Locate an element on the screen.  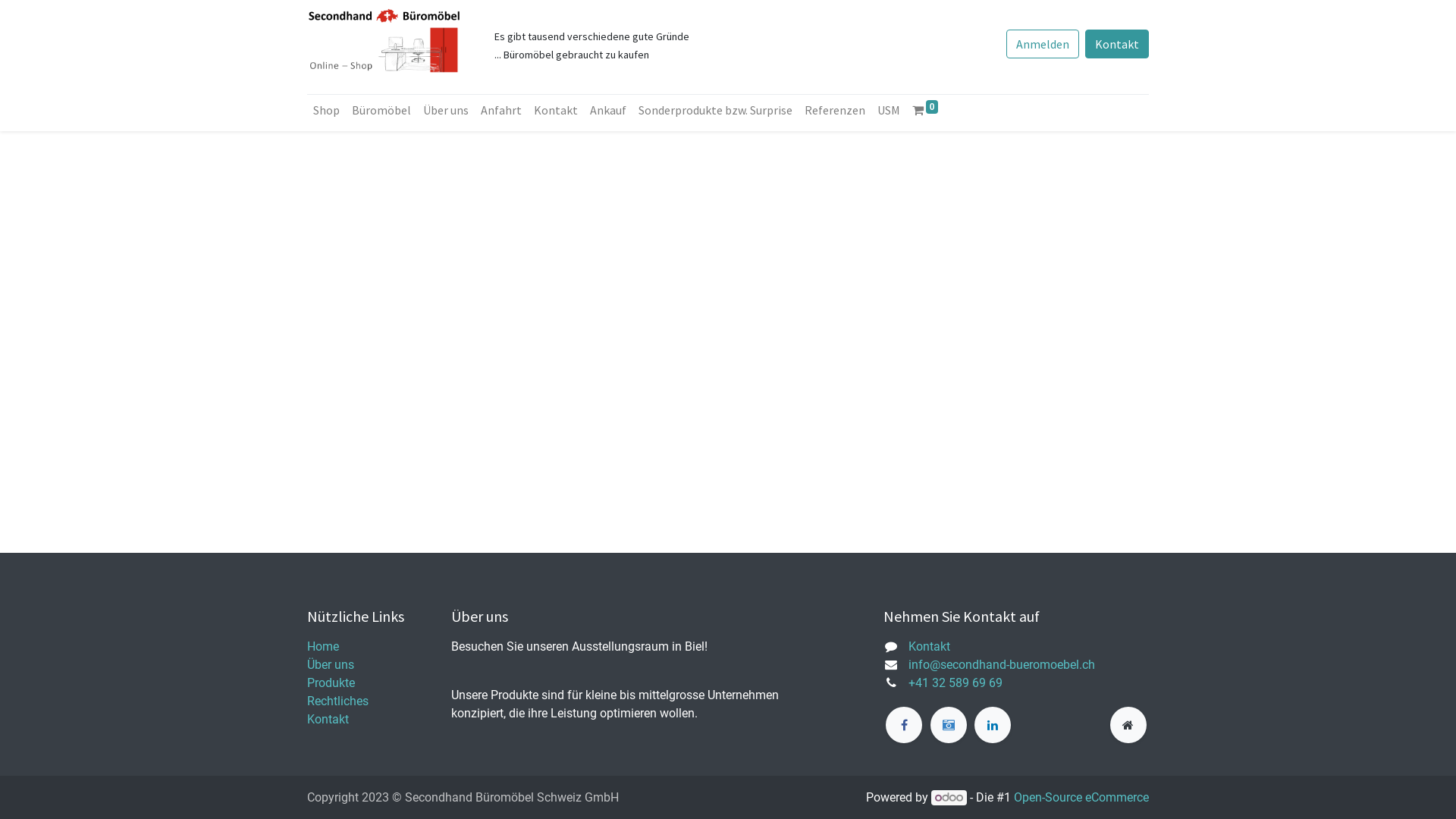
'Ankauf' is located at coordinates (607, 109).